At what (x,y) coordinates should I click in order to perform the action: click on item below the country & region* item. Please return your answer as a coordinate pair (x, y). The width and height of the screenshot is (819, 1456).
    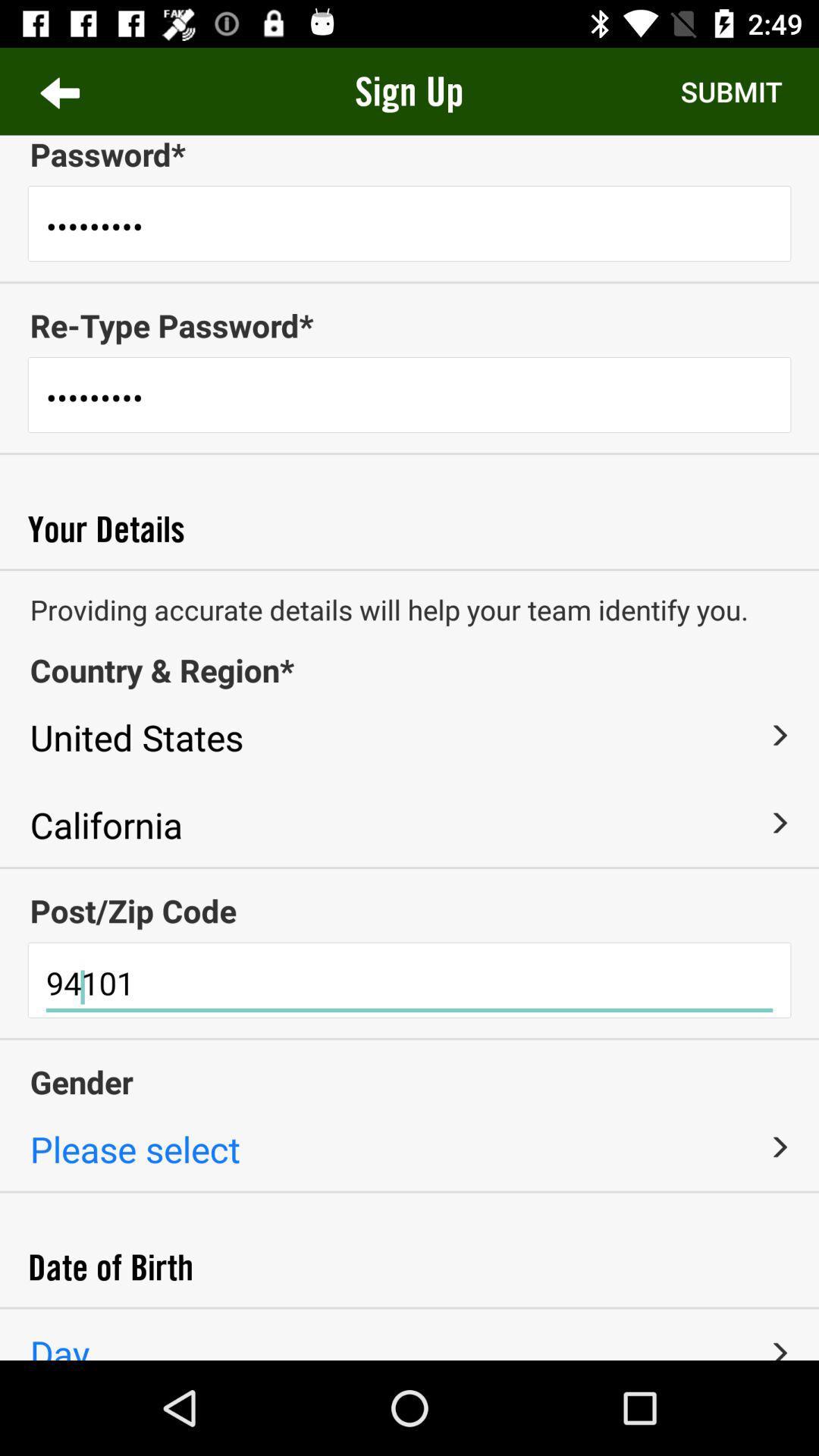
    Looking at the image, I should click on (779, 735).